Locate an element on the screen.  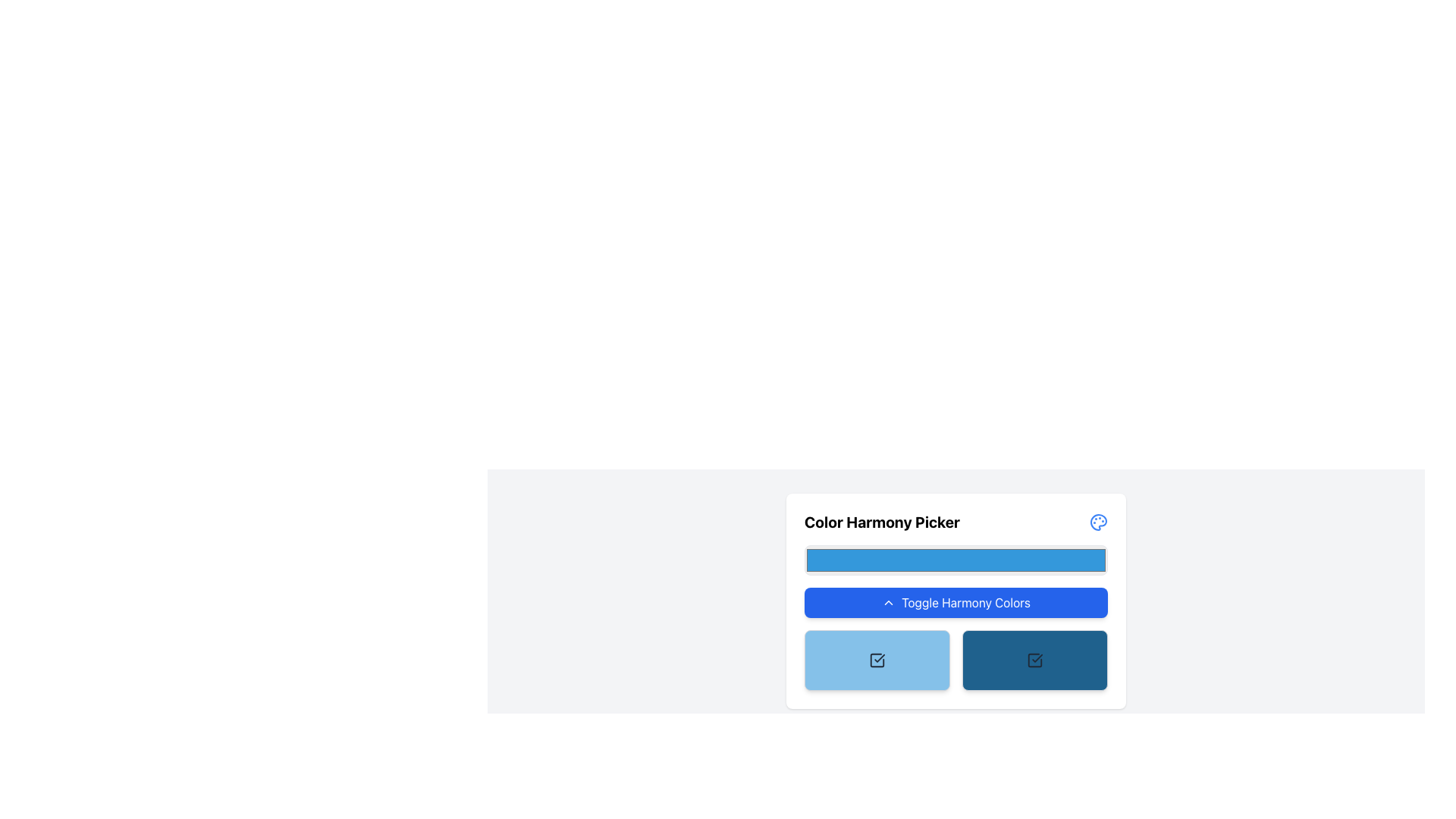
the Interactive Button located in the bottom-left corner of a two-column grid is located at coordinates (877, 660).